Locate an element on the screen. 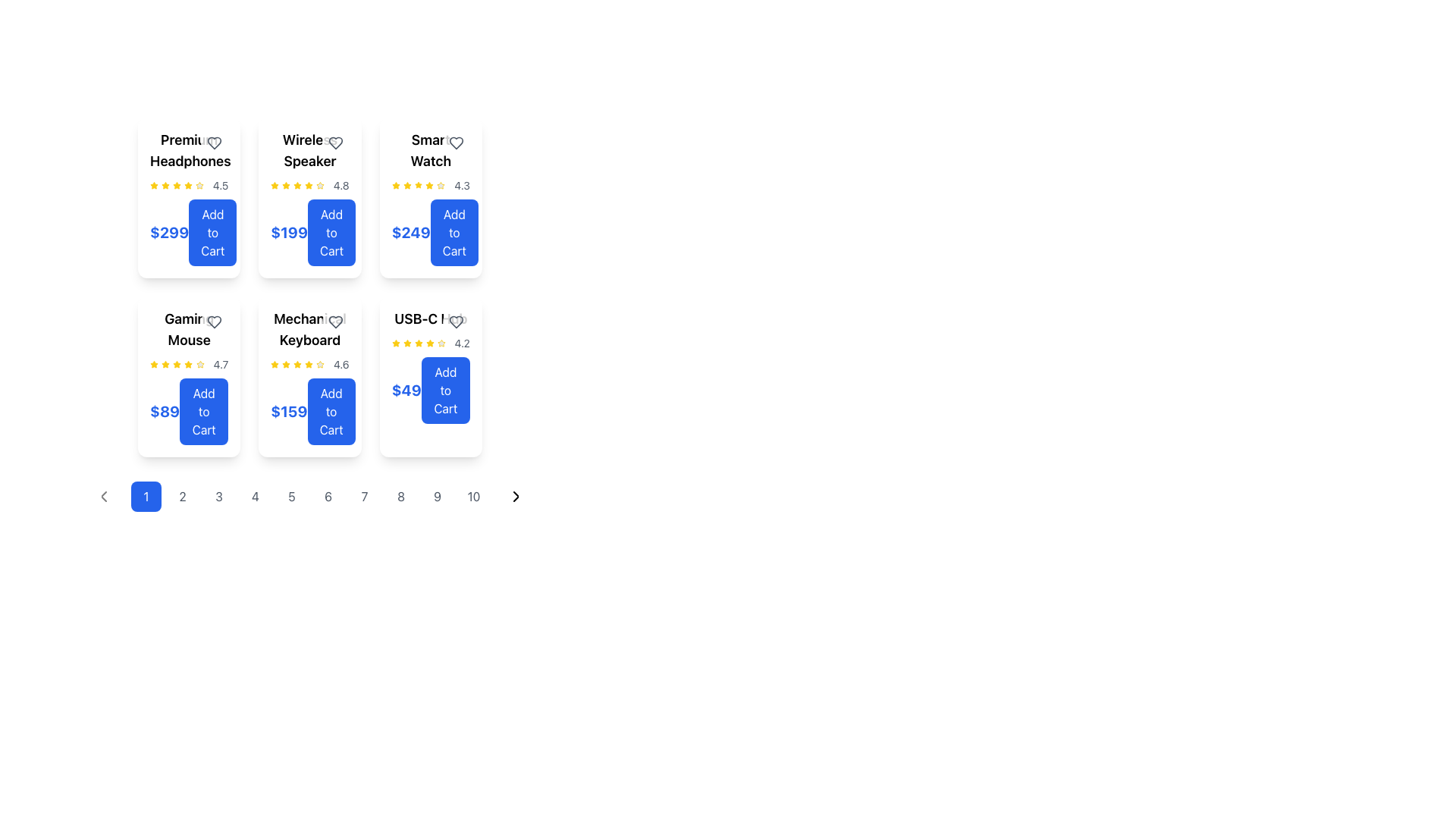 Image resolution: width=1456 pixels, height=819 pixels. the first star-shaped icon with a yellow fill and a black outline, part of the rating for the 'Mechanical Keyboard' item card in the second row of product cards is located at coordinates (275, 365).